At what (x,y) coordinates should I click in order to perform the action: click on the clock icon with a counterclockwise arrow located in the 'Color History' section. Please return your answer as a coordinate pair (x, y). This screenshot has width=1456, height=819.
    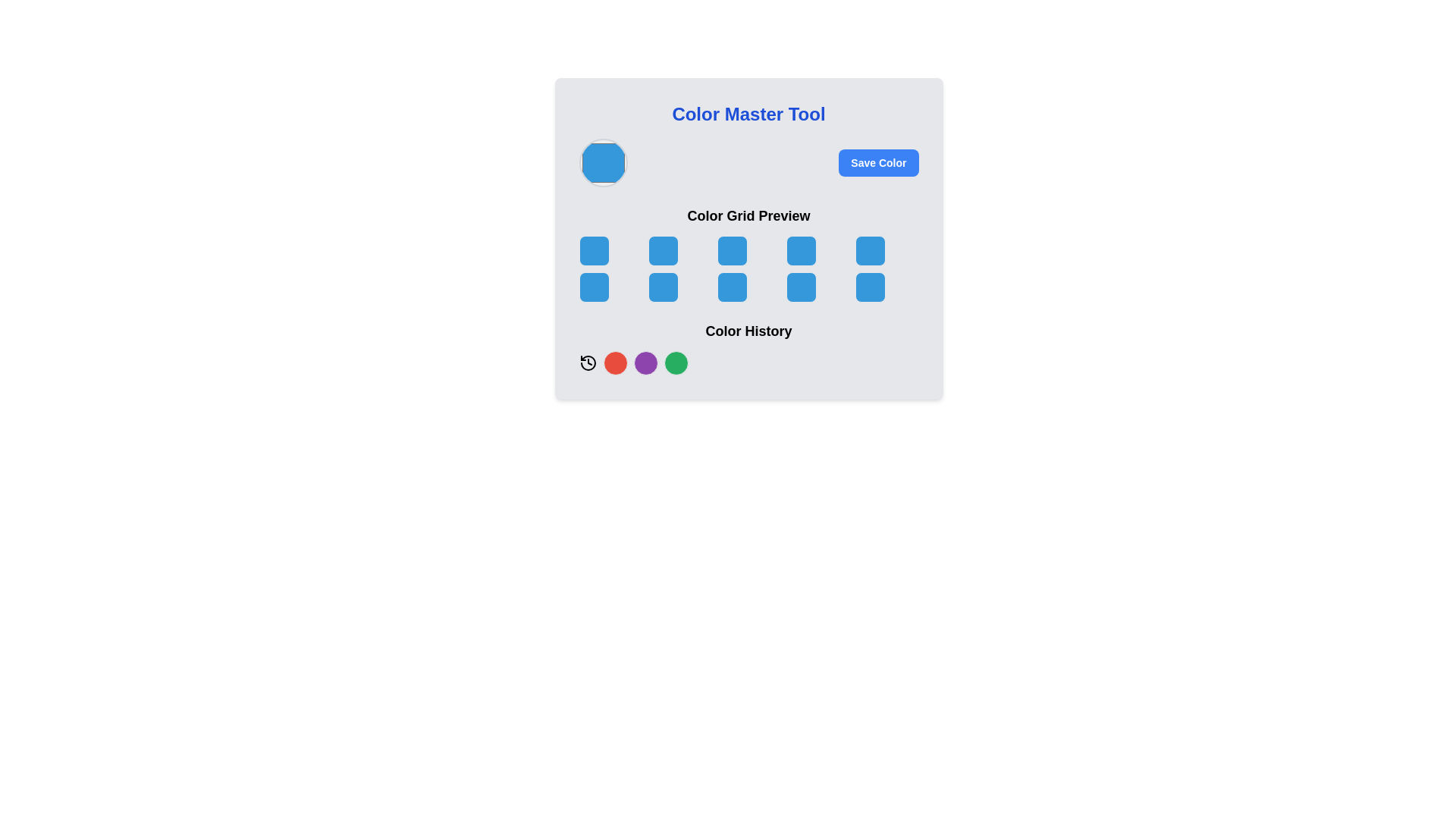
    Looking at the image, I should click on (587, 362).